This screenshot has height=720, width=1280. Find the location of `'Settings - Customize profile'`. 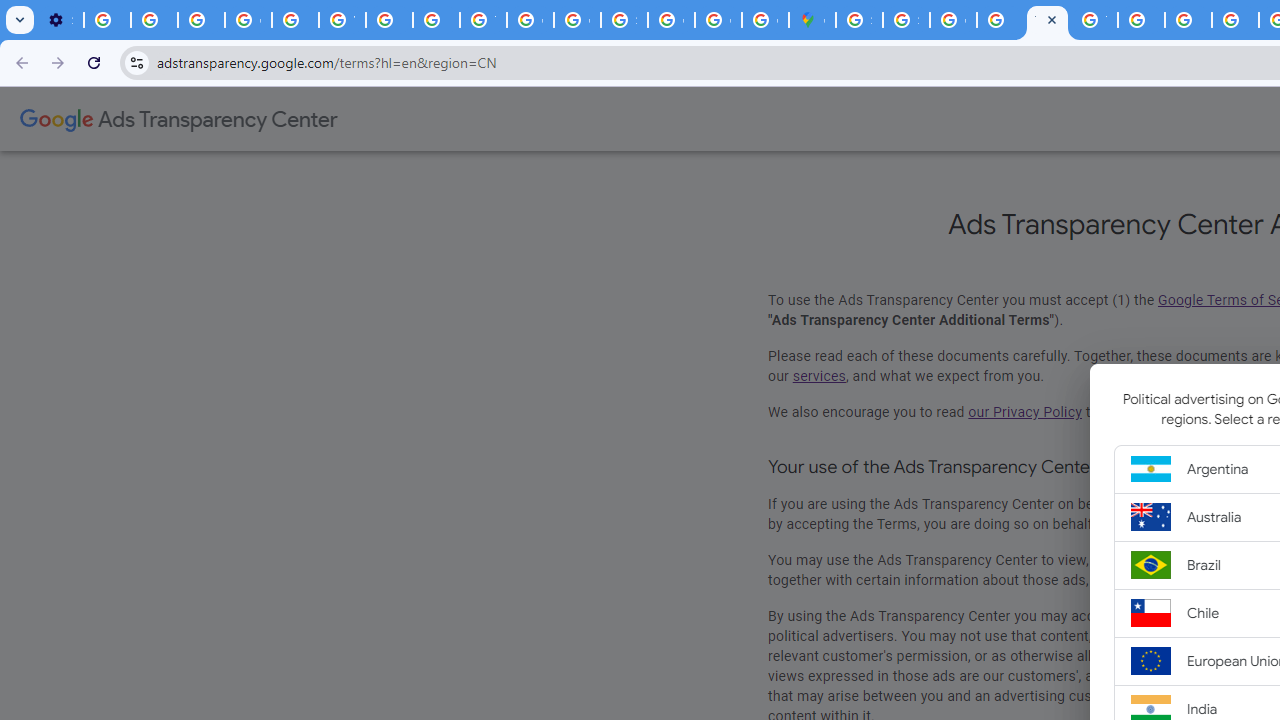

'Settings - Customize profile' is located at coordinates (60, 20).